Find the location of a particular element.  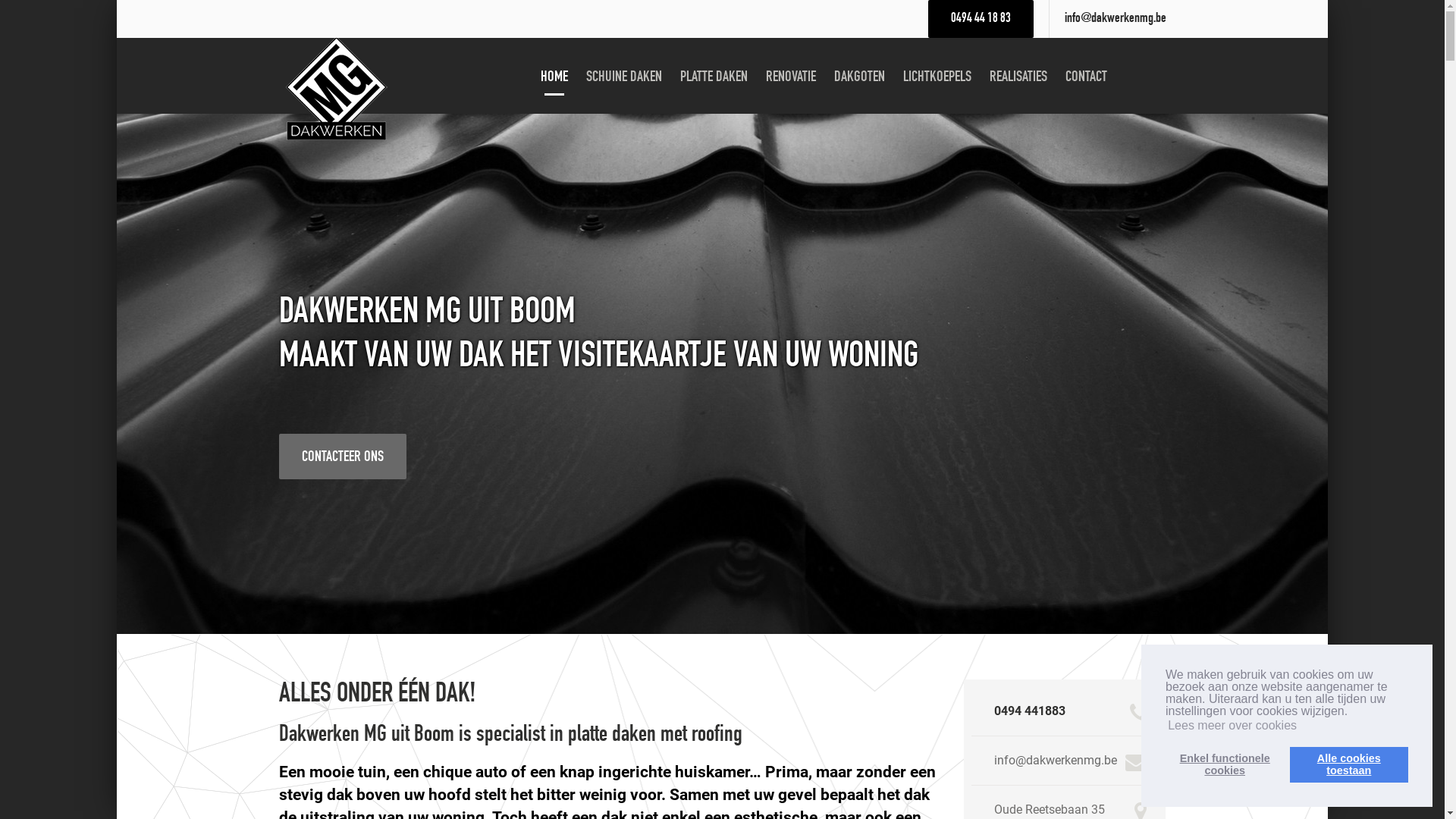

'RENOVATIE' is located at coordinates (789, 76).